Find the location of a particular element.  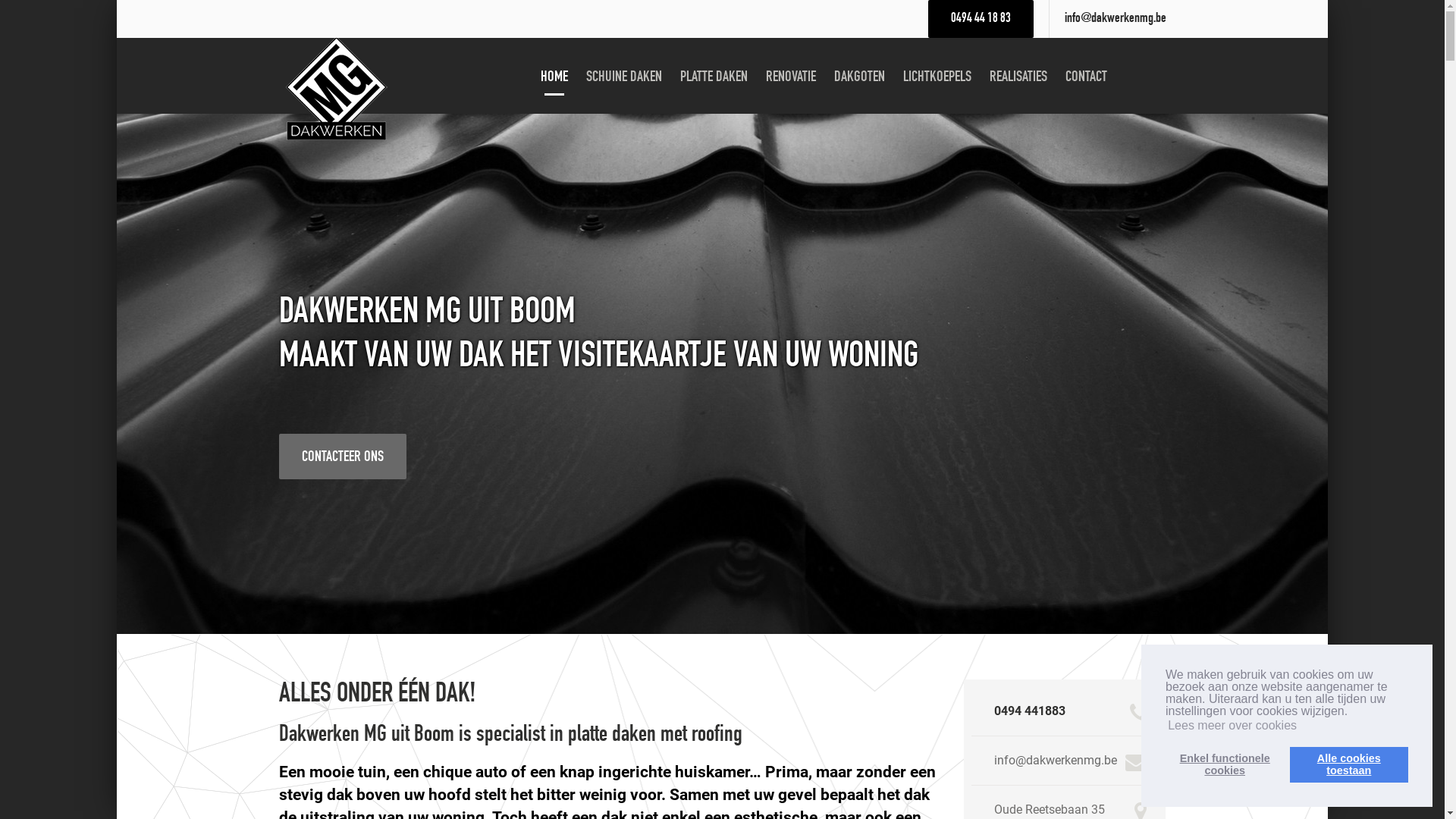

'RENOVATIE' is located at coordinates (789, 76).